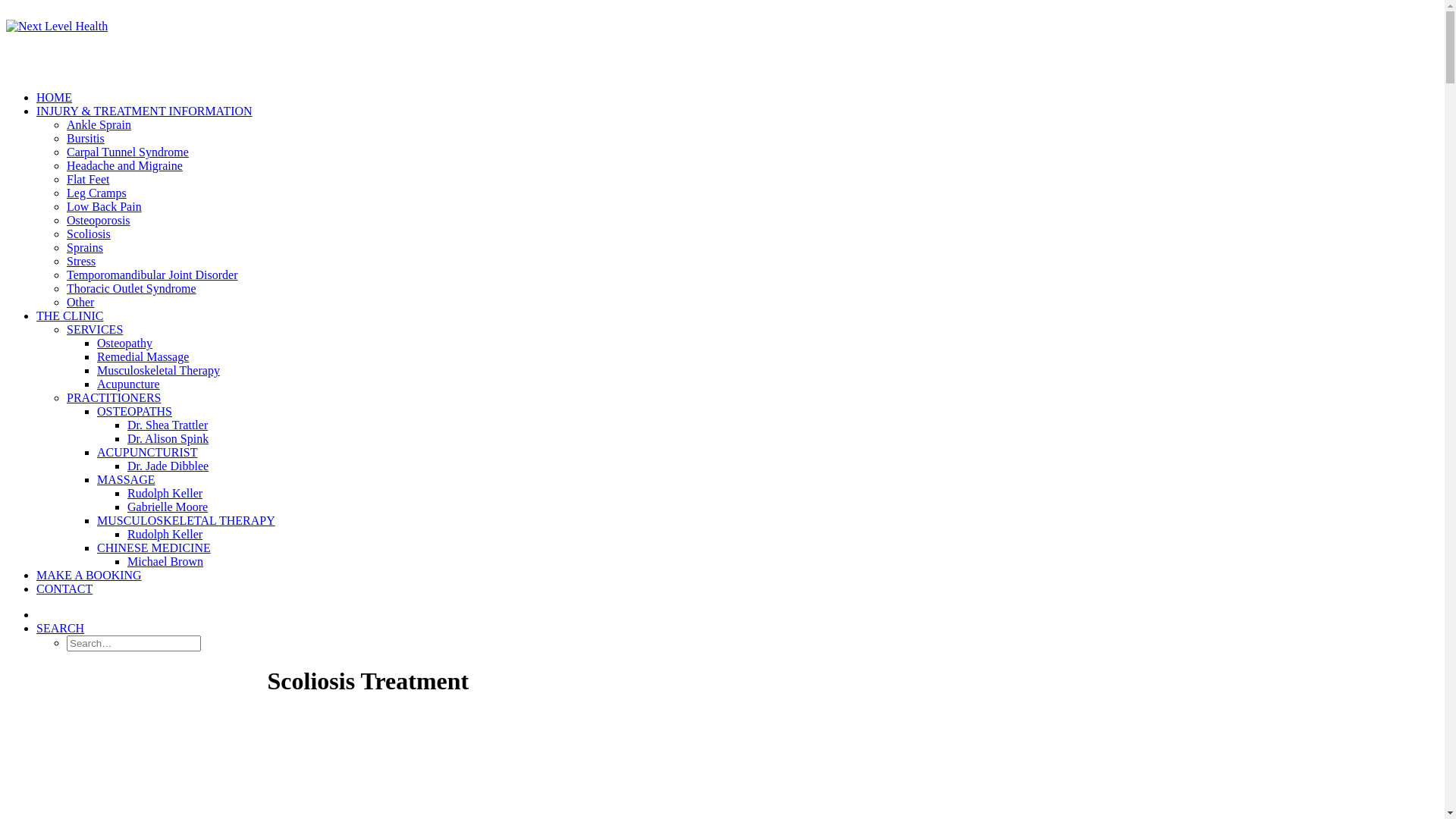  What do you see at coordinates (146, 451) in the screenshot?
I see `'ACUPUNCTURIST'` at bounding box center [146, 451].